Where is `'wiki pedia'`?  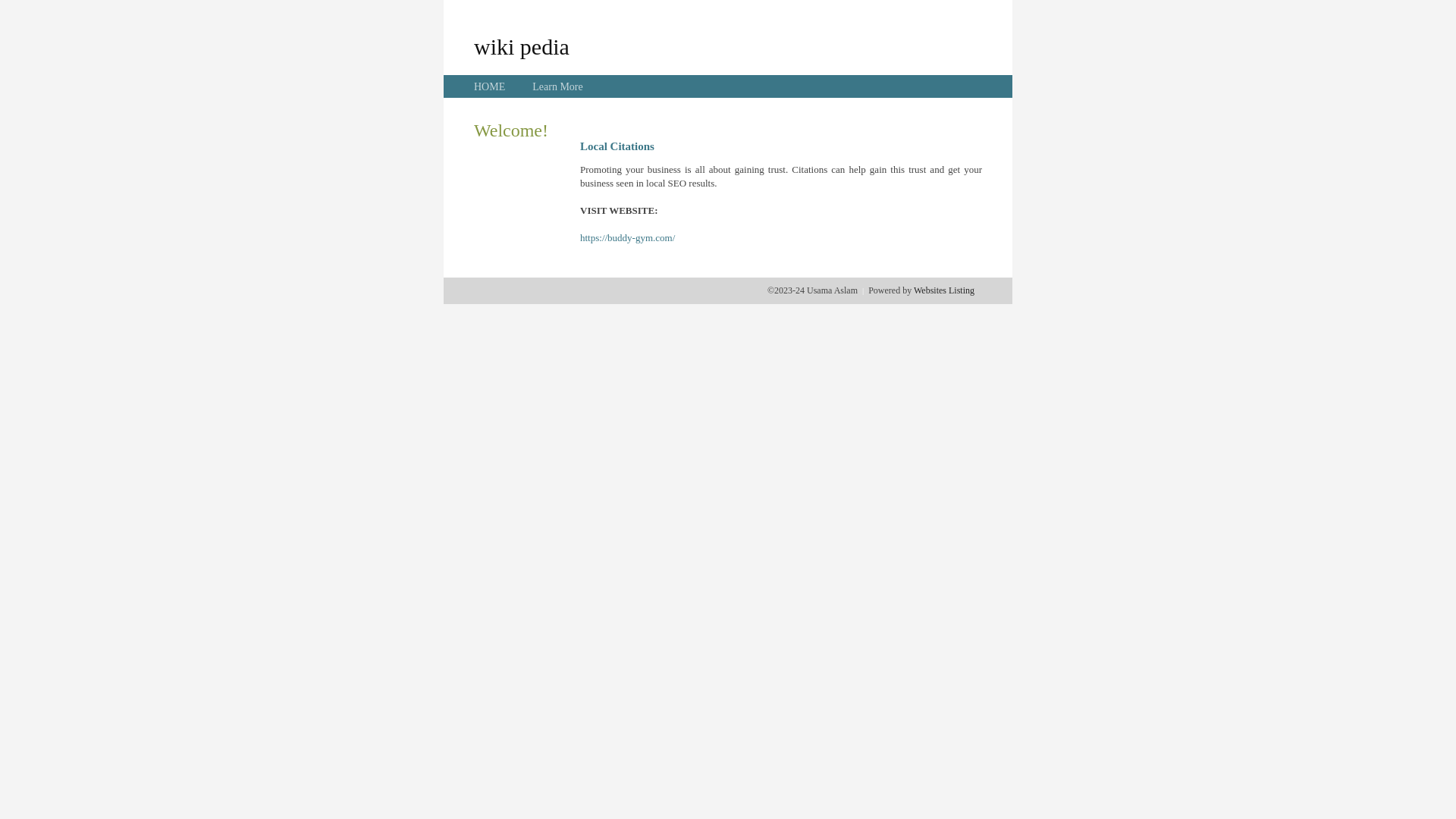 'wiki pedia' is located at coordinates (521, 45).